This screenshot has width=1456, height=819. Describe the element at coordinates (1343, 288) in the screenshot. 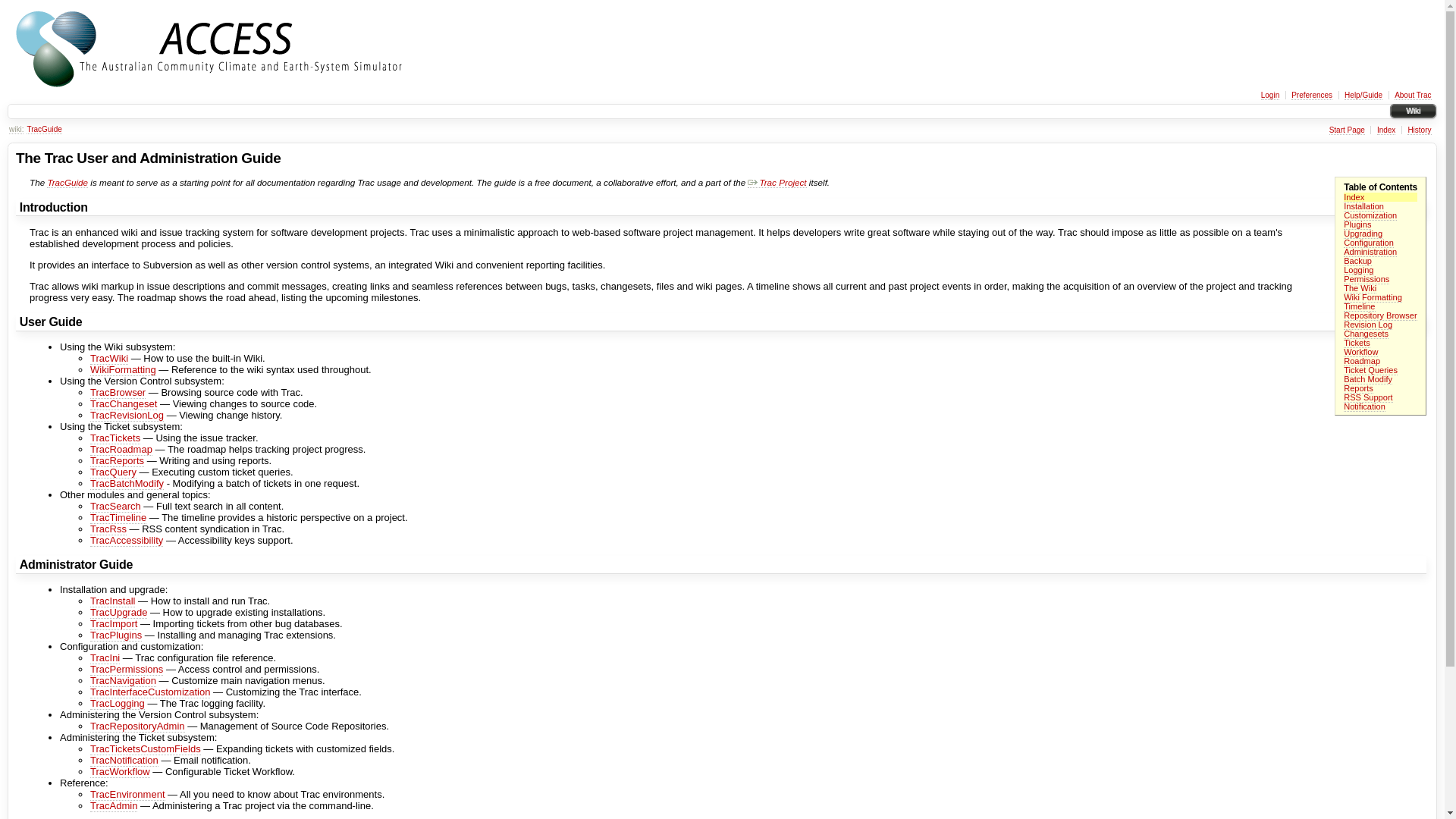

I see `'The Wiki'` at that location.